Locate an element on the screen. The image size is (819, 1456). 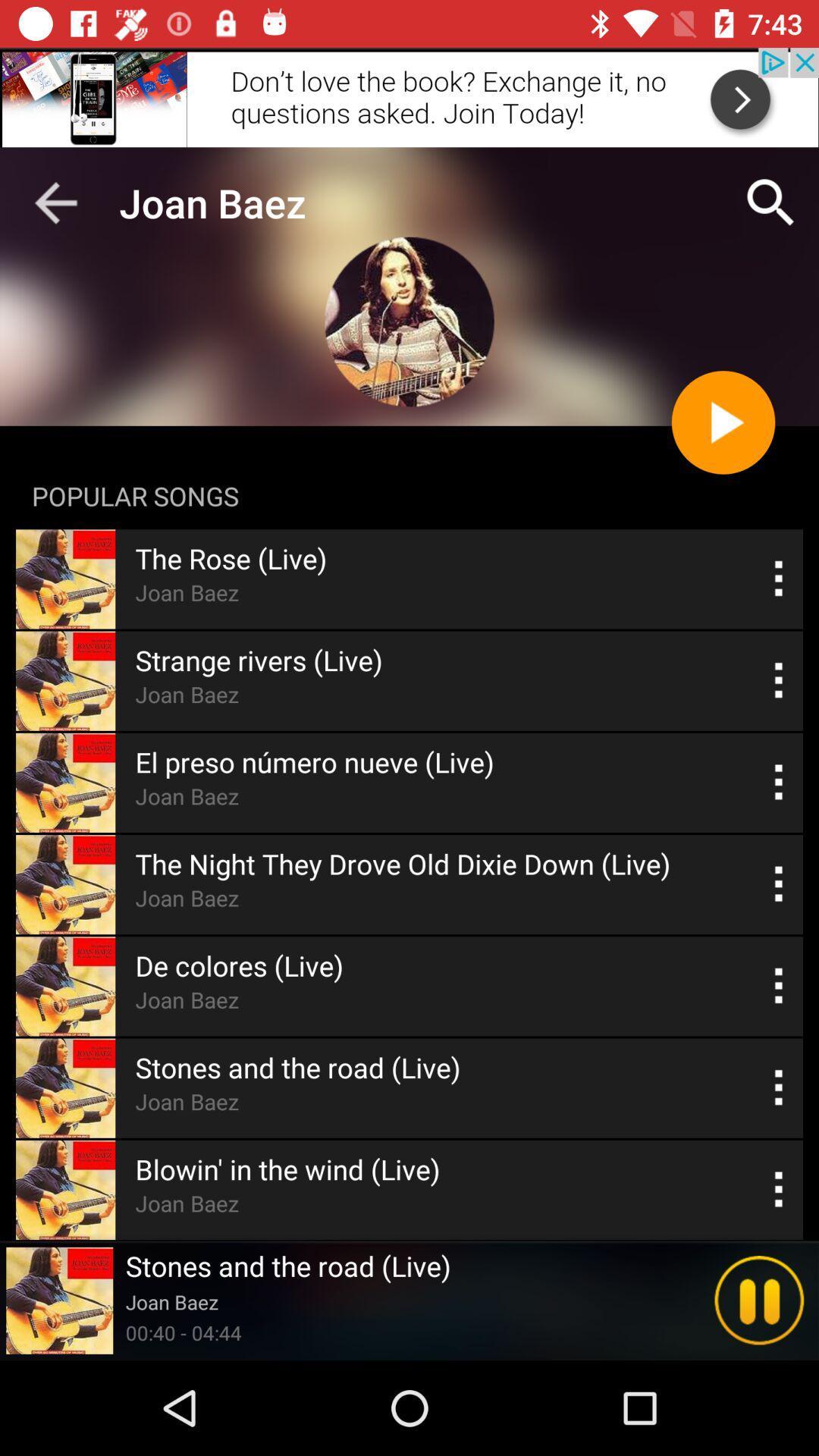
the more icon is located at coordinates (779, 1189).